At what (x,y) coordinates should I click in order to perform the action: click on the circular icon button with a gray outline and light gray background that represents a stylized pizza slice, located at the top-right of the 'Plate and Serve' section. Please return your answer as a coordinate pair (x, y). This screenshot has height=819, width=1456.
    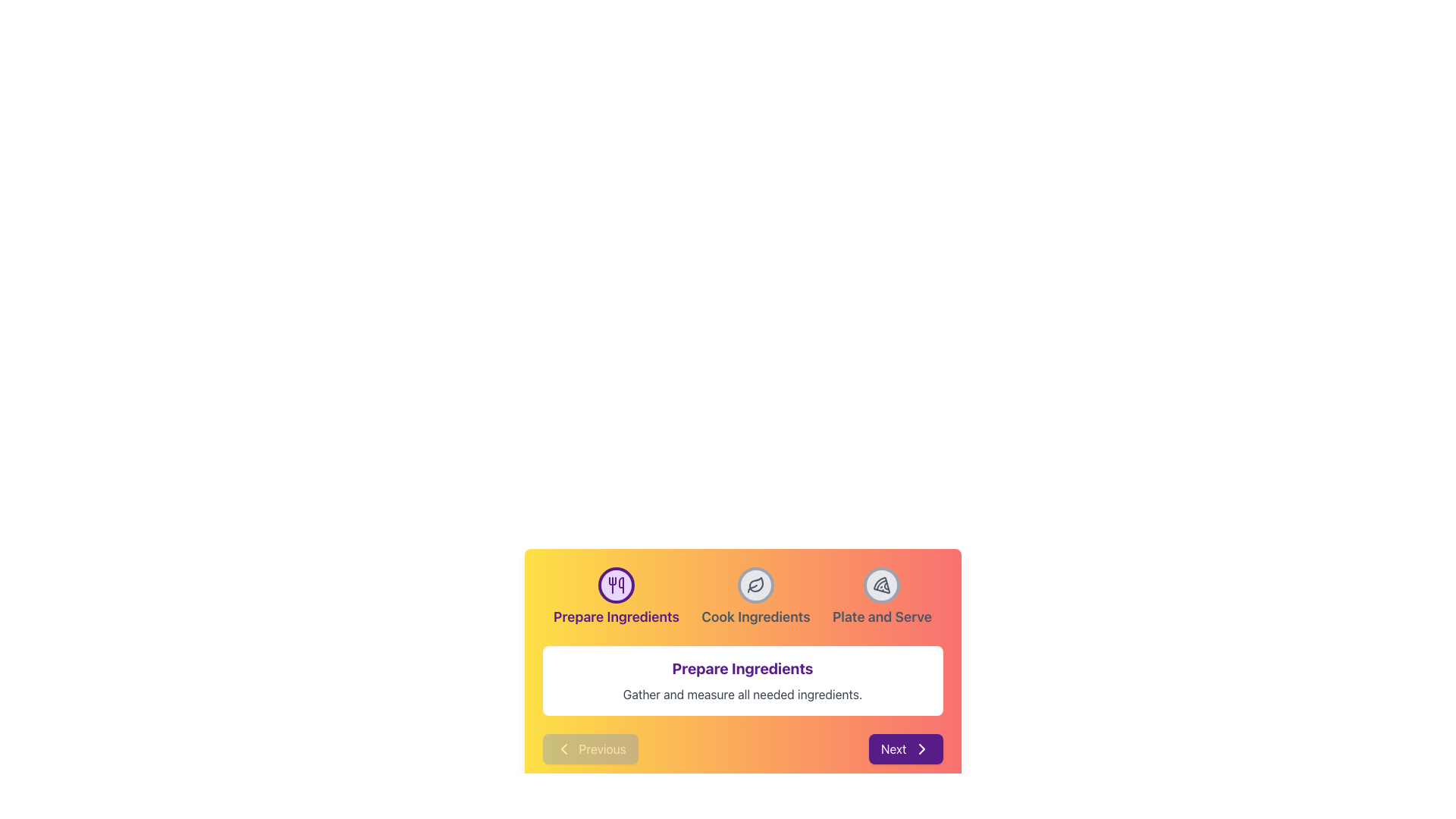
    Looking at the image, I should click on (882, 584).